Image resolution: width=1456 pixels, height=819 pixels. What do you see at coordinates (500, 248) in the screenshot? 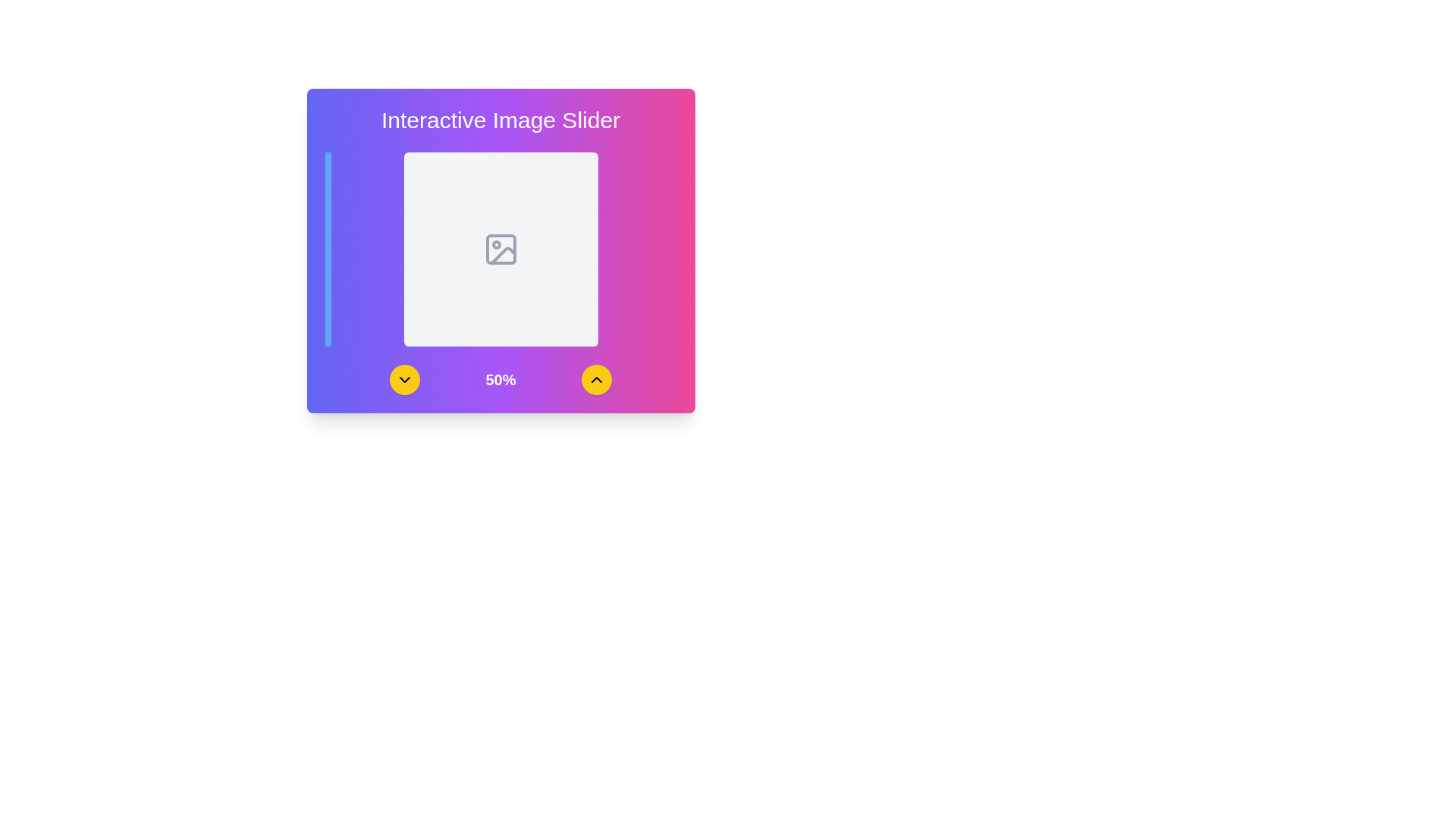
I see `the small icon representing an image, which has a square outline with a circular detail inside and a diagonal line resembling a photo, located in the center of the gray square area within the pink and purple rectangular section` at bounding box center [500, 248].